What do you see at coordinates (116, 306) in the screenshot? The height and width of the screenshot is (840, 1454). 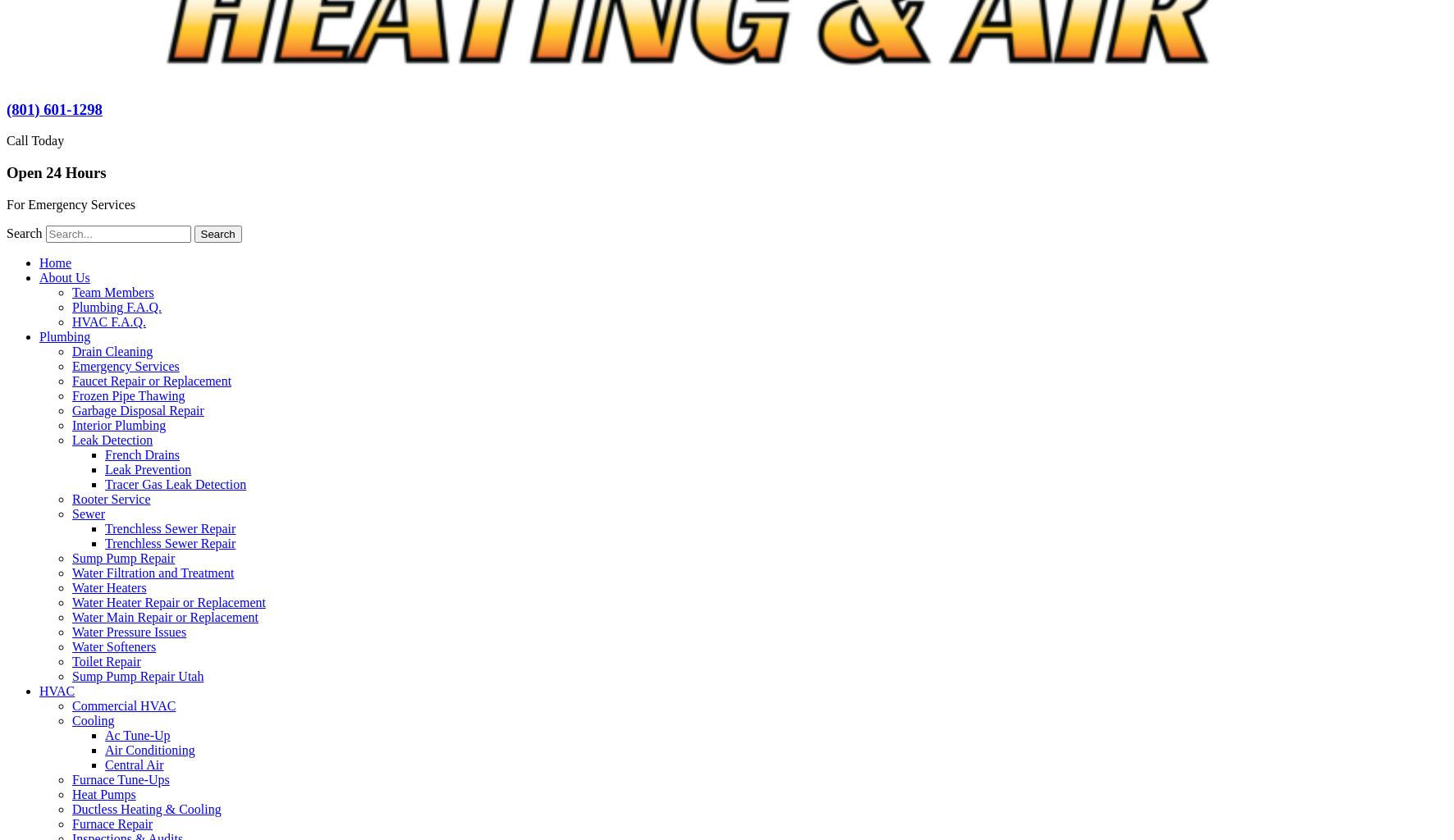 I see `'Plumbing F.A.Q.'` at bounding box center [116, 306].